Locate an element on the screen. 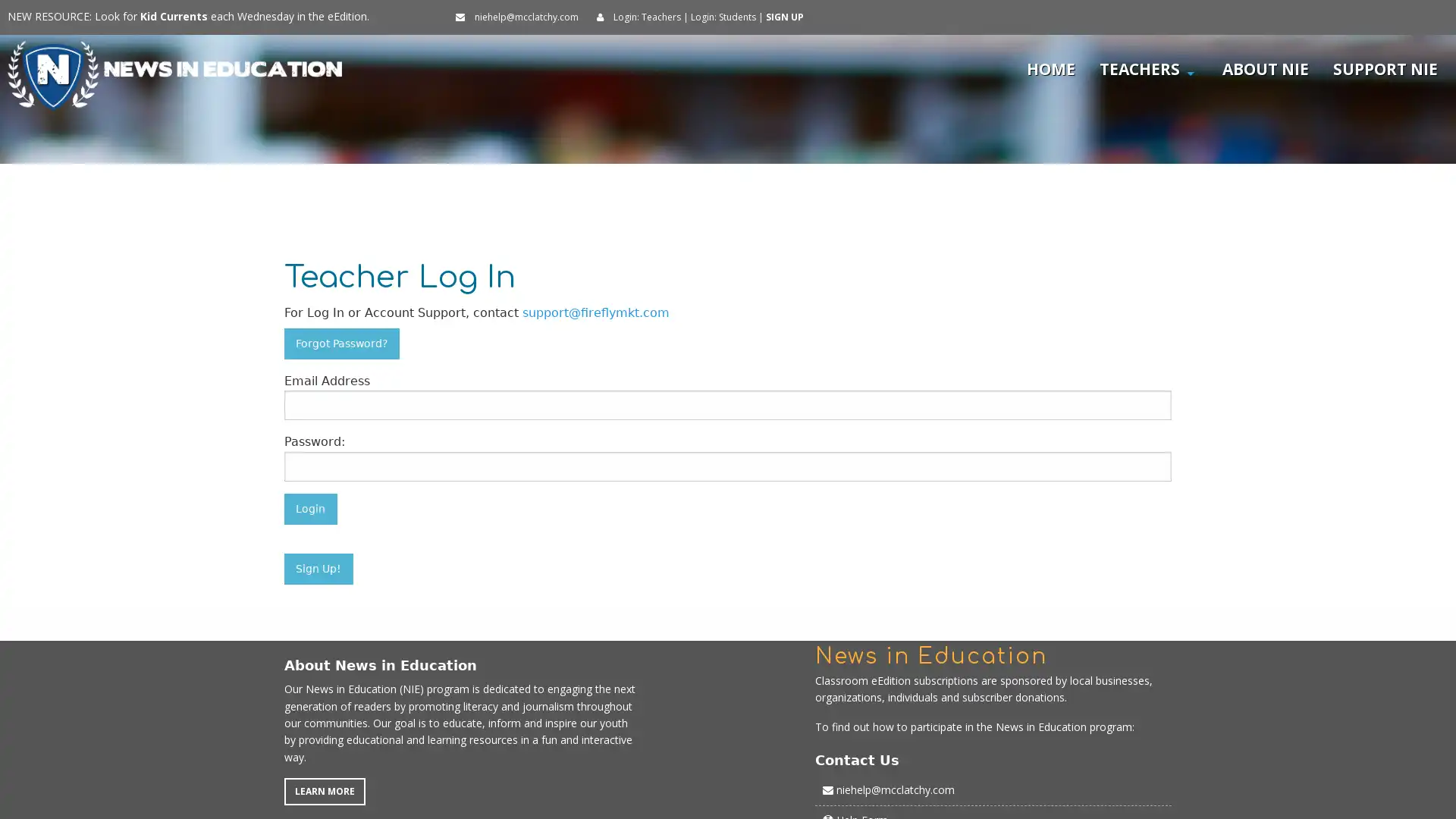 This screenshot has width=1456, height=819. Login is located at coordinates (309, 508).